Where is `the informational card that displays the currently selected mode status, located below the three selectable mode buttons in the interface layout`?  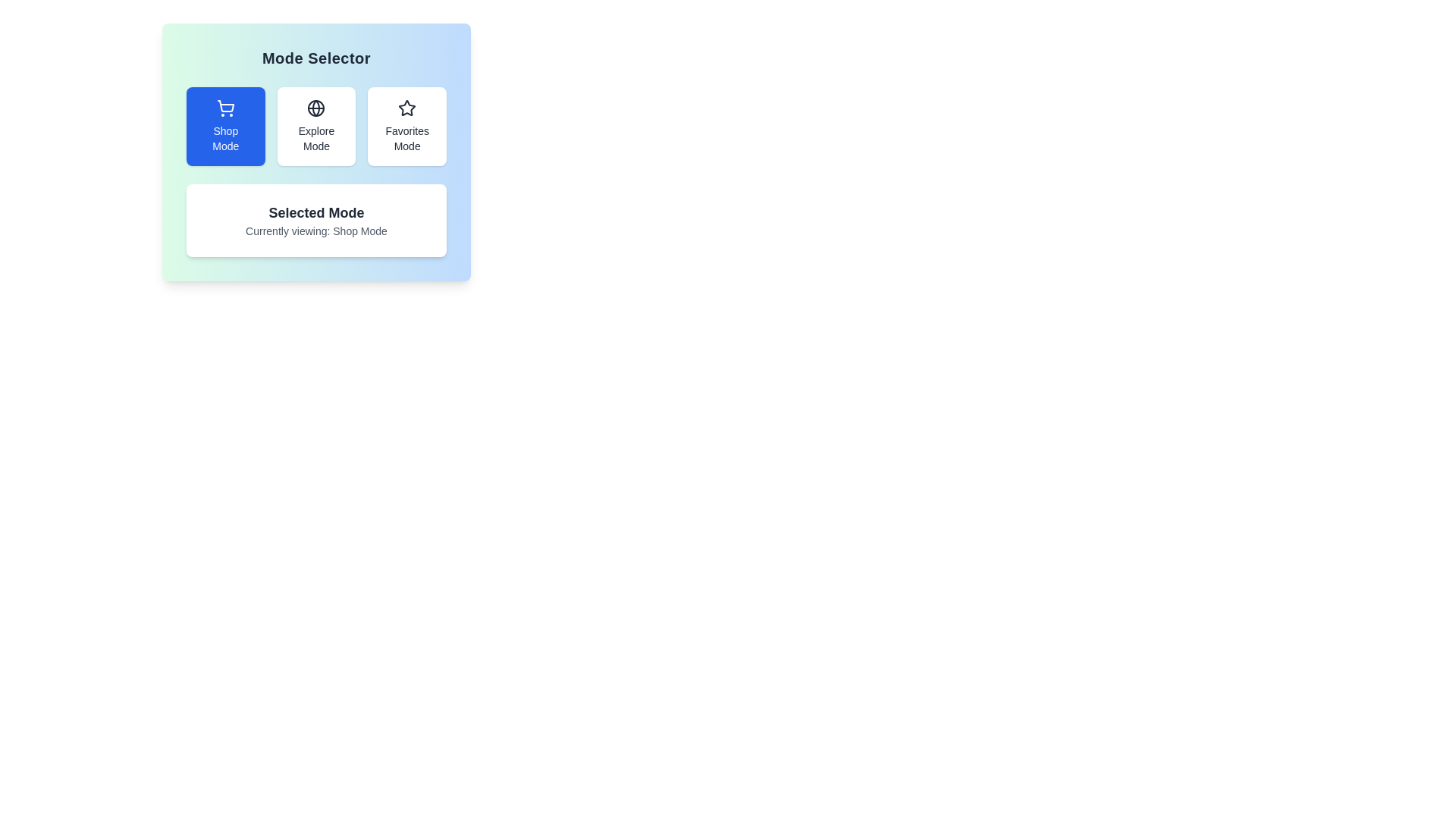 the informational card that displays the currently selected mode status, located below the three selectable mode buttons in the interface layout is located at coordinates (315, 220).